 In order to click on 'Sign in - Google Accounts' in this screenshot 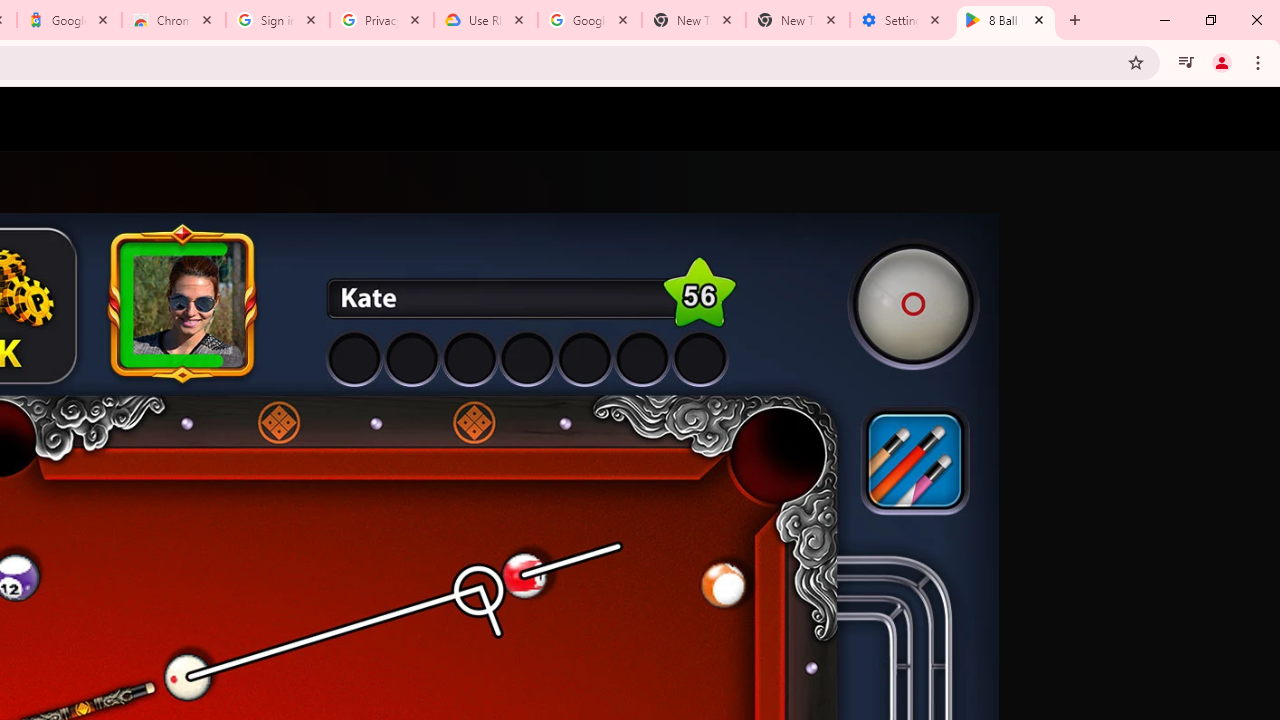, I will do `click(277, 20)`.